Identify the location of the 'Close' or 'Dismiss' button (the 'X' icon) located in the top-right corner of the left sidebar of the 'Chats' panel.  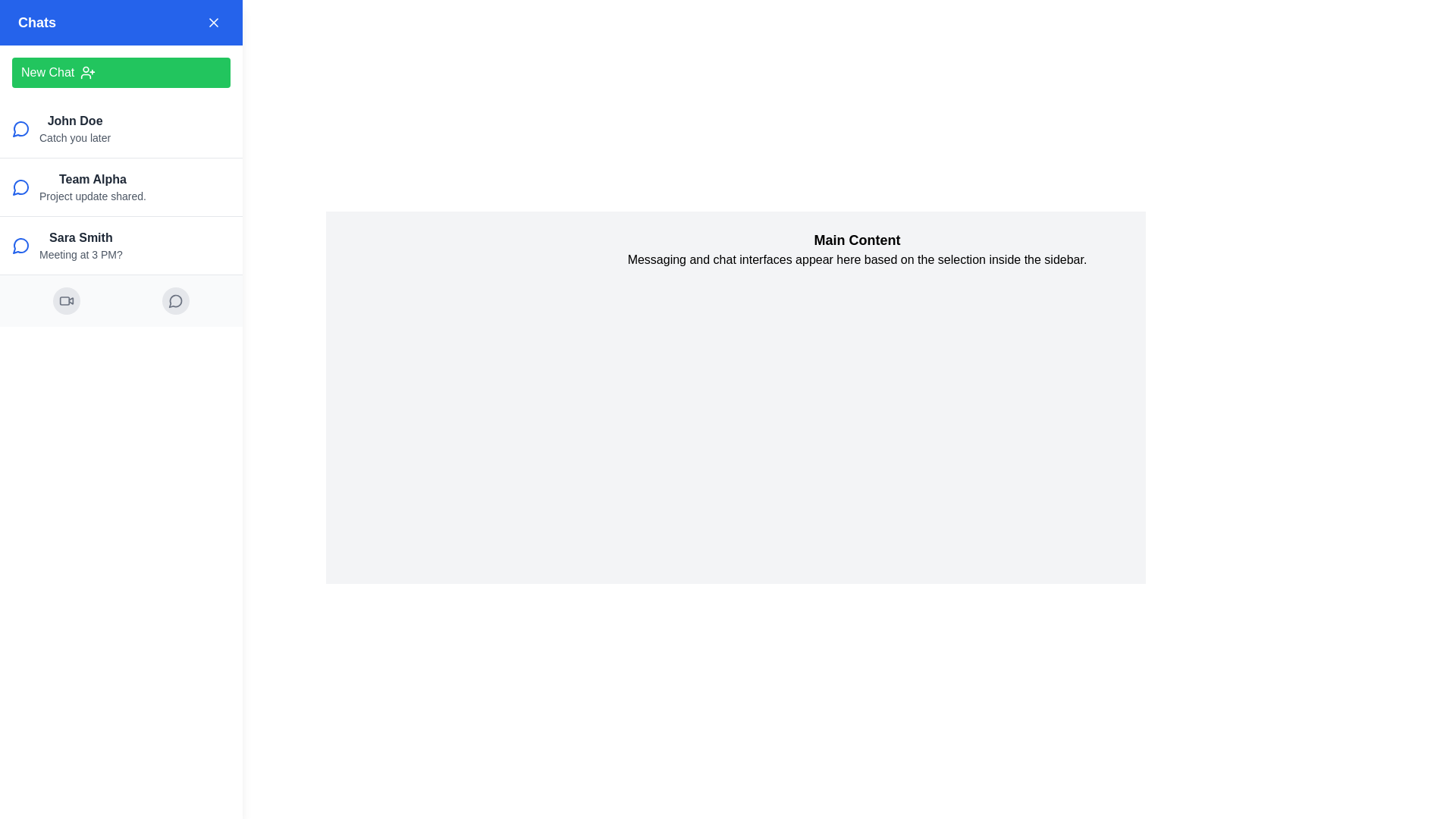
(213, 23).